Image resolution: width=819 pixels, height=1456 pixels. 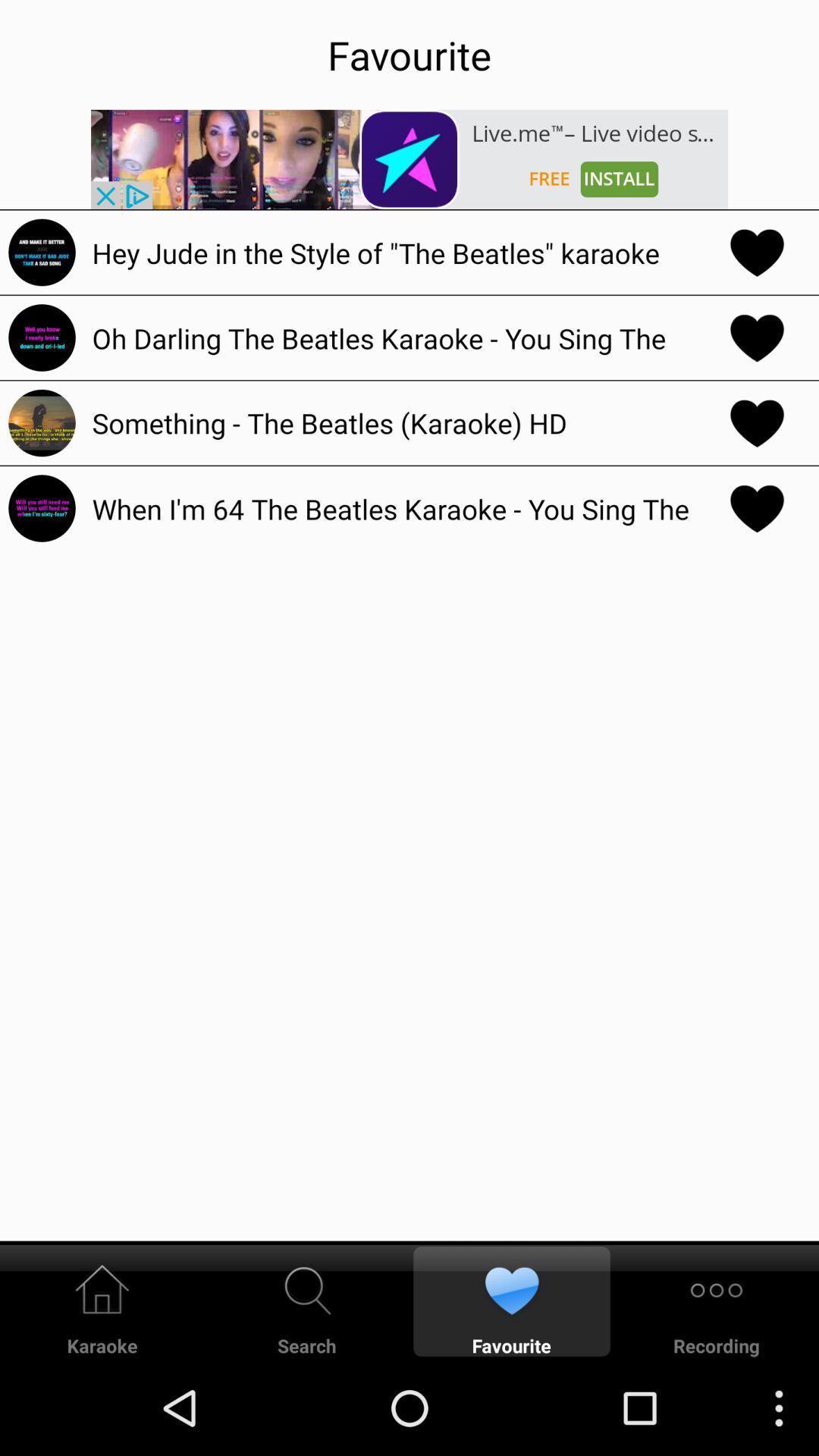 What do you see at coordinates (757, 422) in the screenshot?
I see `the third black heart` at bounding box center [757, 422].